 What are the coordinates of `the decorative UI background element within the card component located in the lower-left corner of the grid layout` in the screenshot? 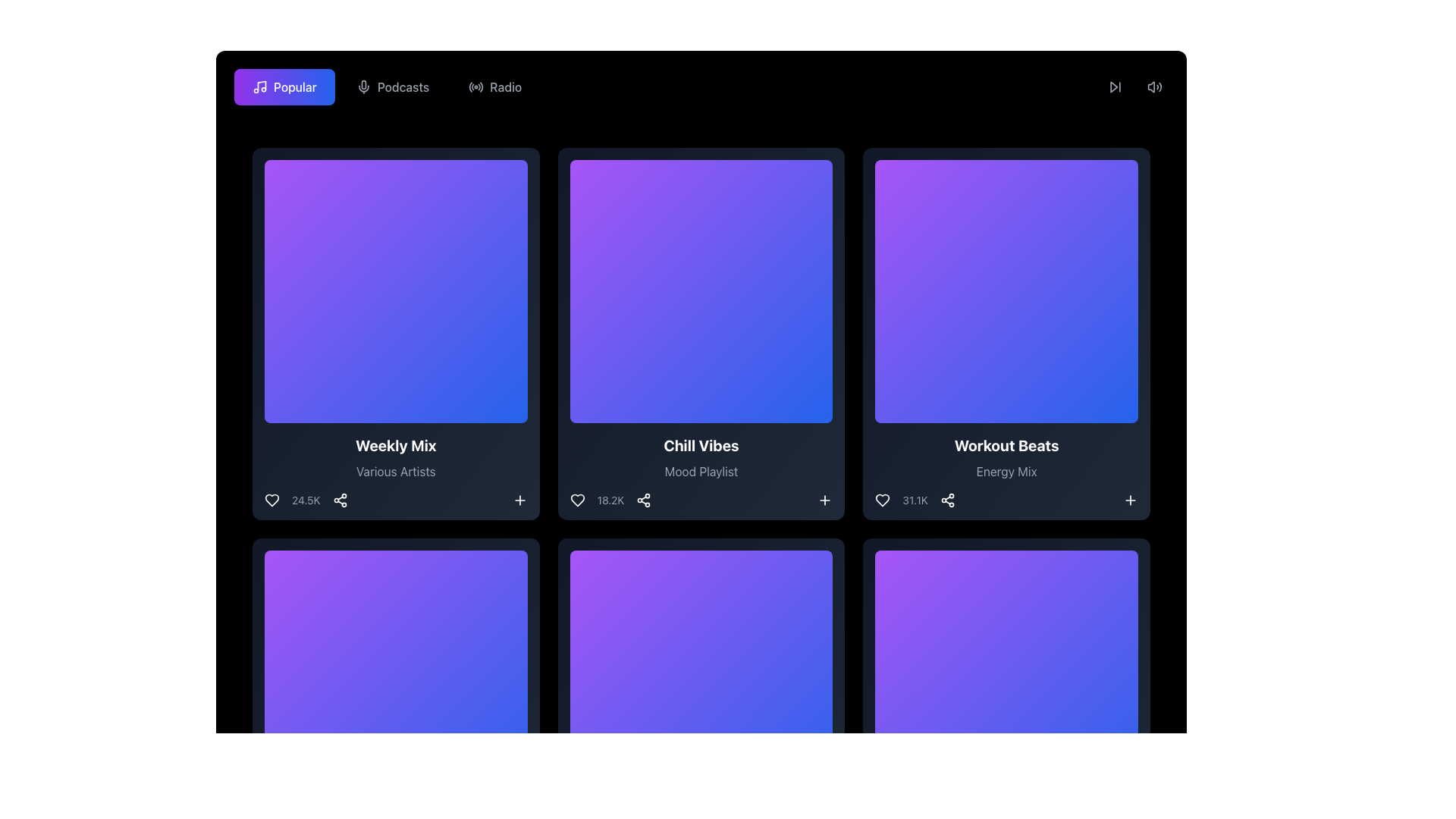 It's located at (396, 680).